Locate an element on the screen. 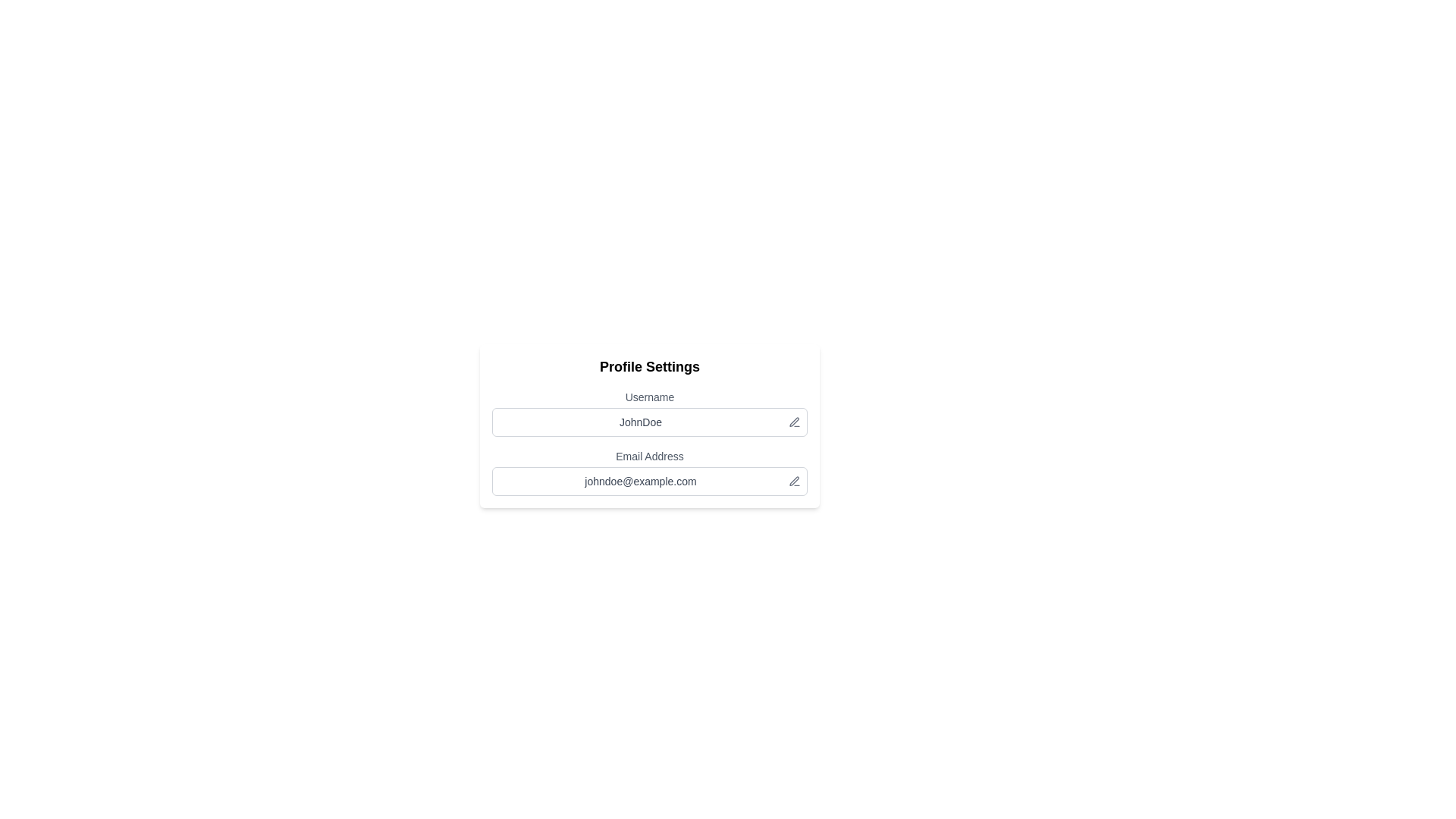  the static text label displaying the username 'JohnDoe', which is part of the profile configuration form is located at coordinates (640, 422).